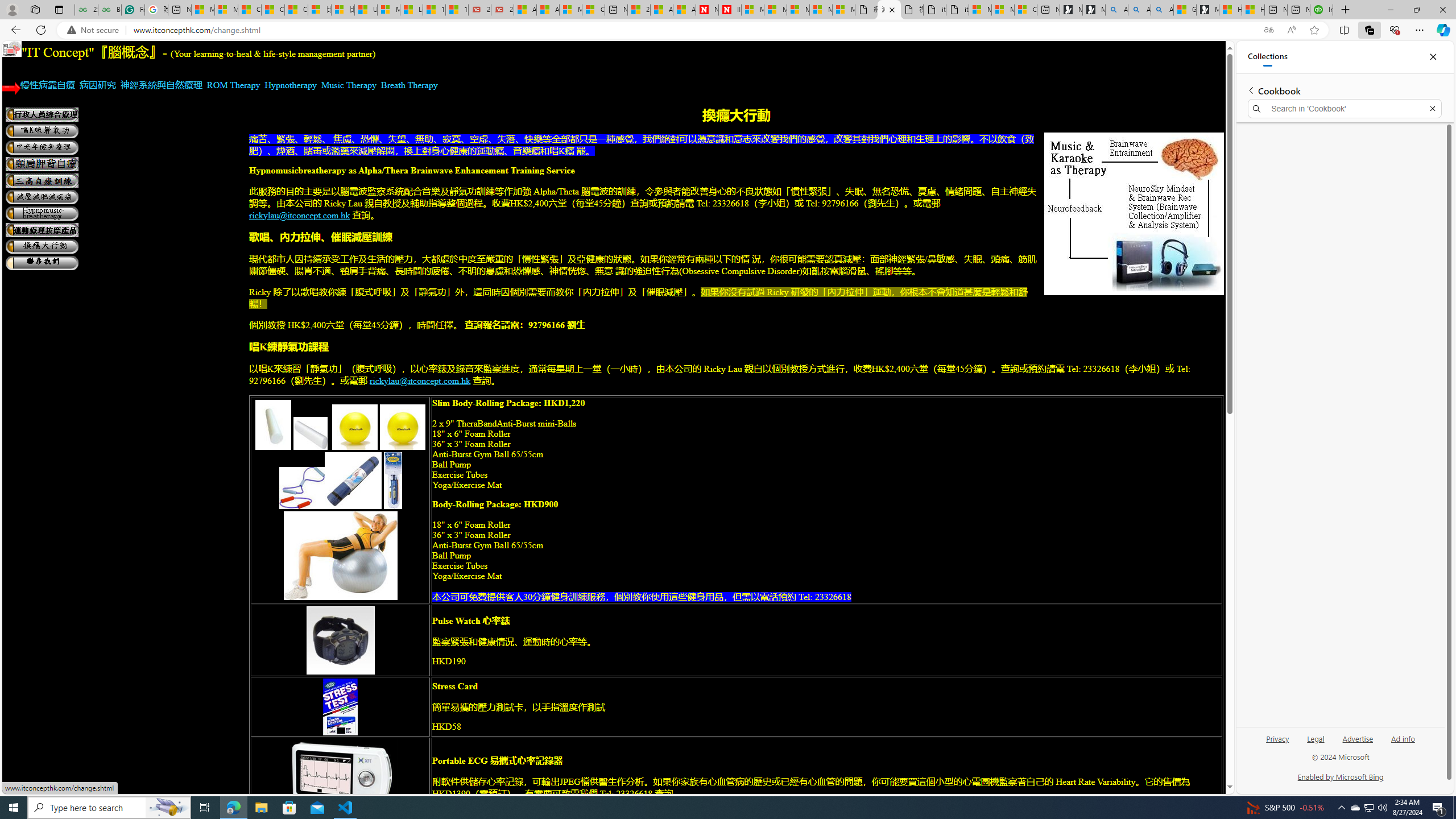 The height and width of the screenshot is (819, 1456). I want to click on 'Advertise', so click(1358, 742).